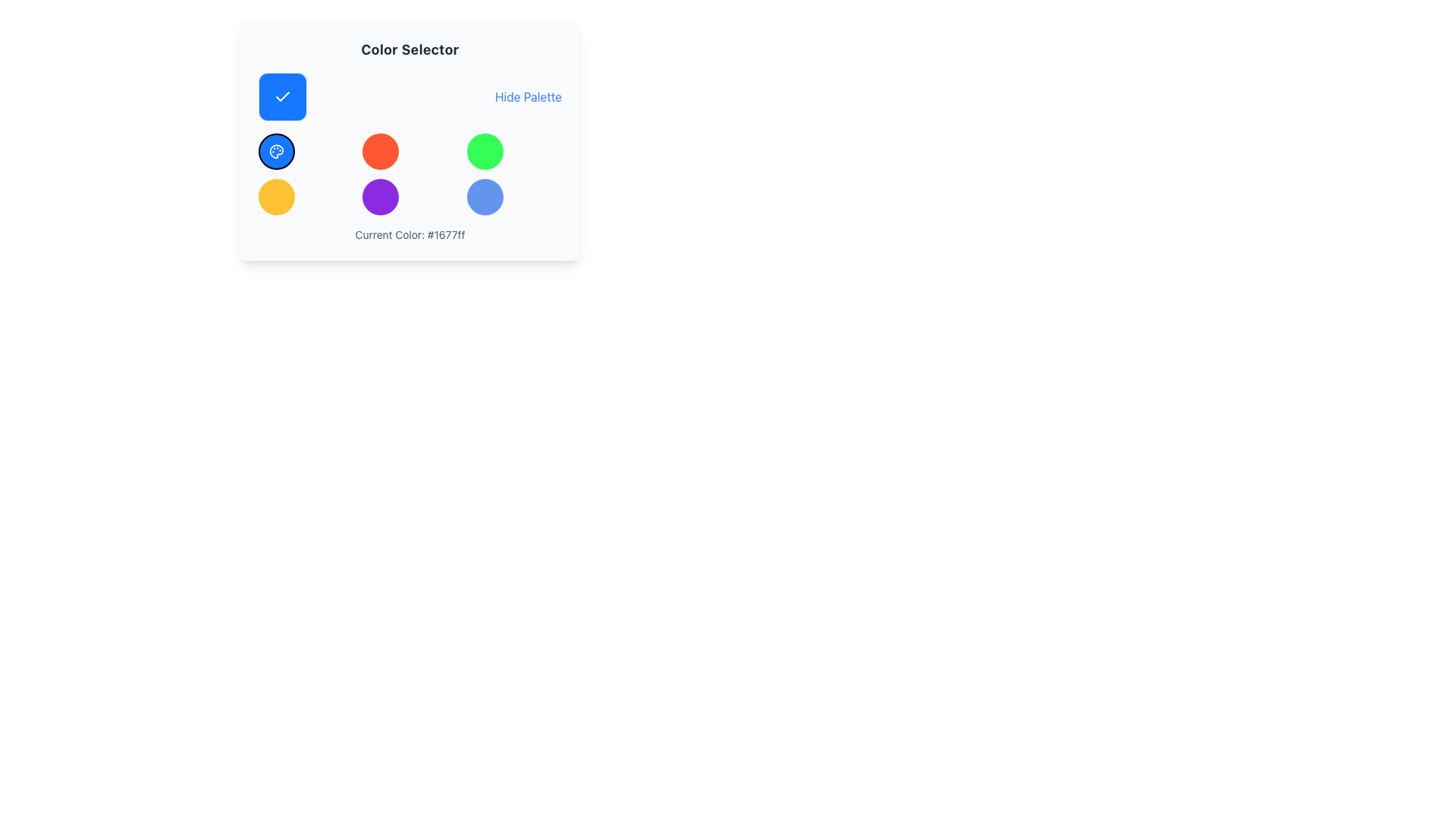 The width and height of the screenshot is (1456, 819). What do you see at coordinates (276, 152) in the screenshot?
I see `the palette icon, which serves as a visual representation for color selection or palette management, located within an SVG element at the specified coordinates` at bounding box center [276, 152].